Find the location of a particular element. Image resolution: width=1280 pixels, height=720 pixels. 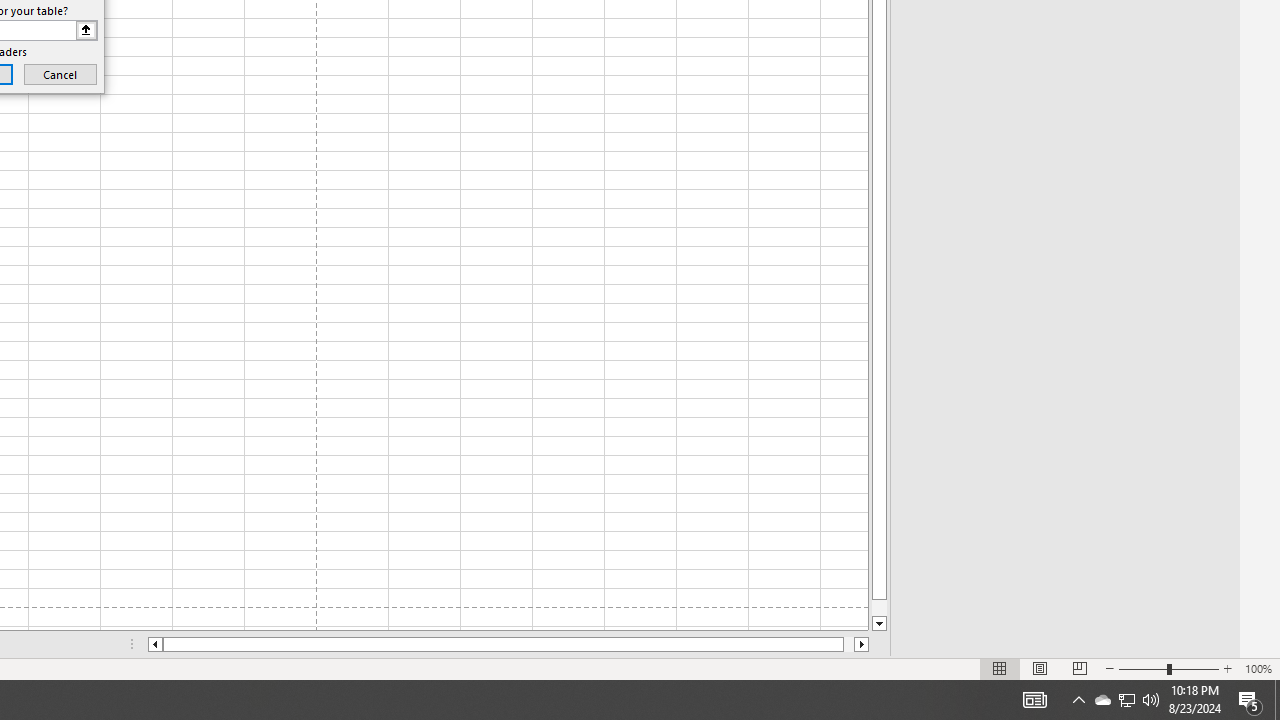

'Page Break Preview' is located at coordinates (1078, 669).